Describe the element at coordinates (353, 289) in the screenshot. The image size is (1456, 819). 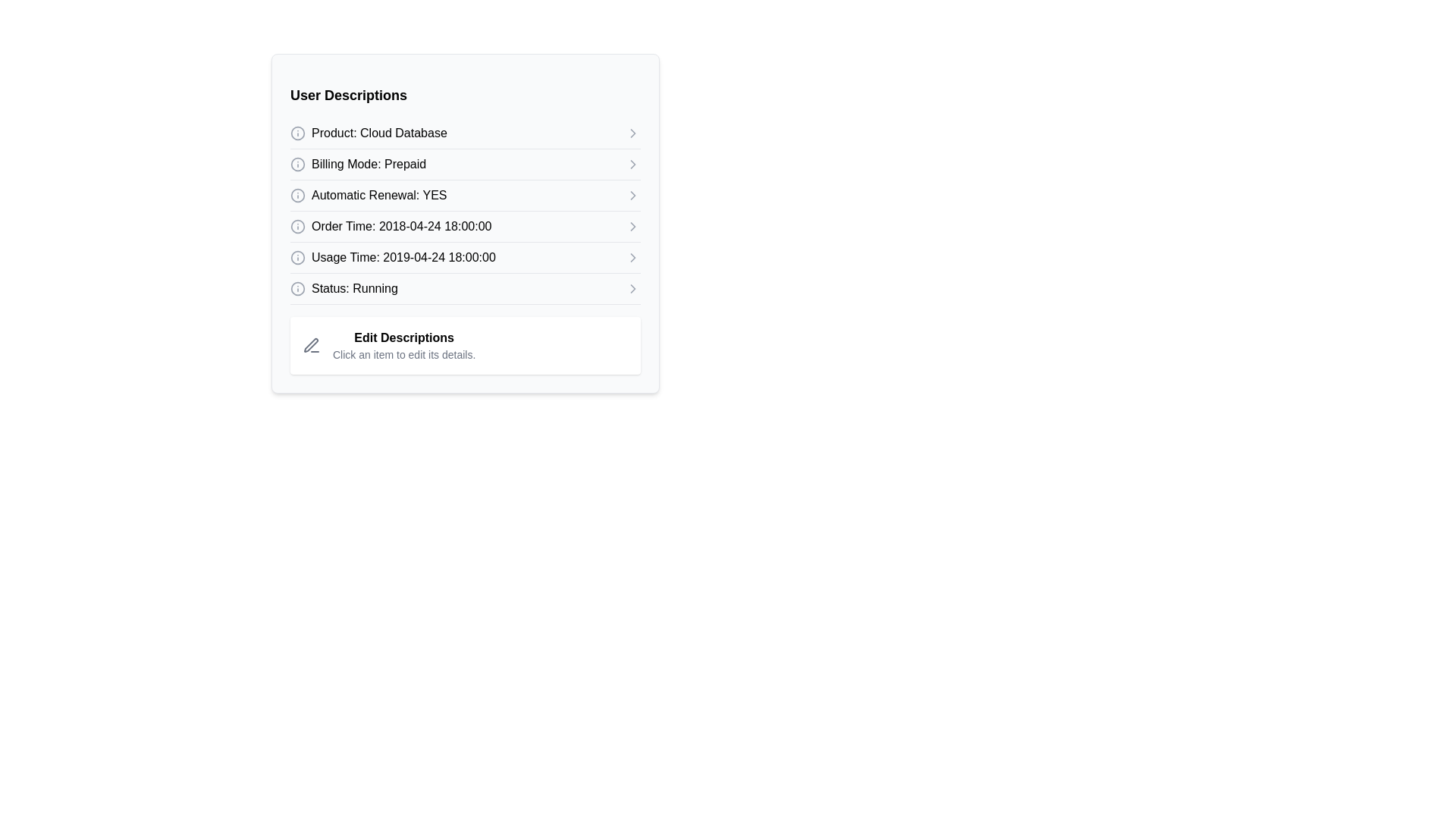
I see `the 'Status: Running' text label` at that location.